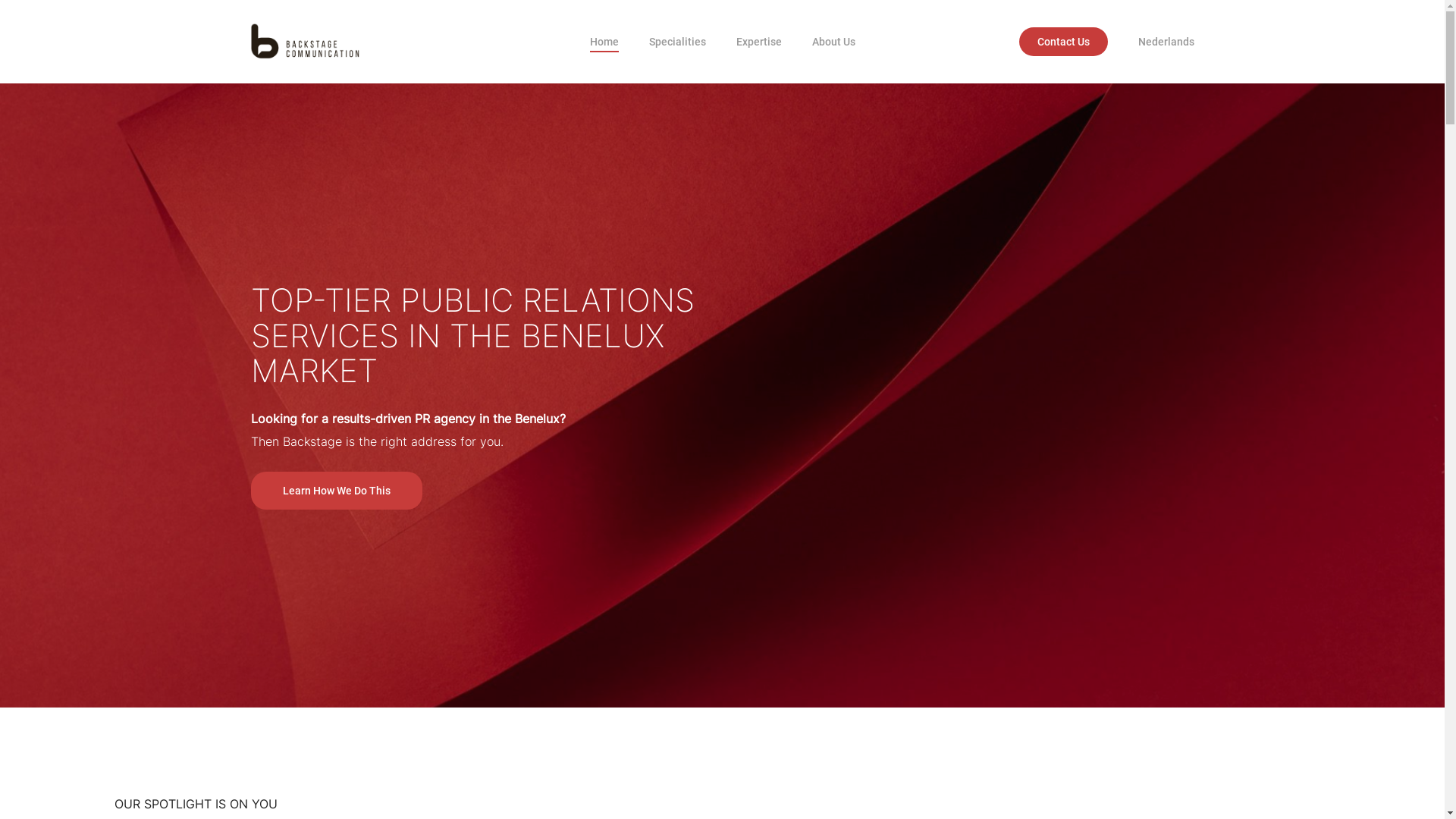 This screenshot has height=819, width=1456. I want to click on 'Nederlands', so click(1165, 40).